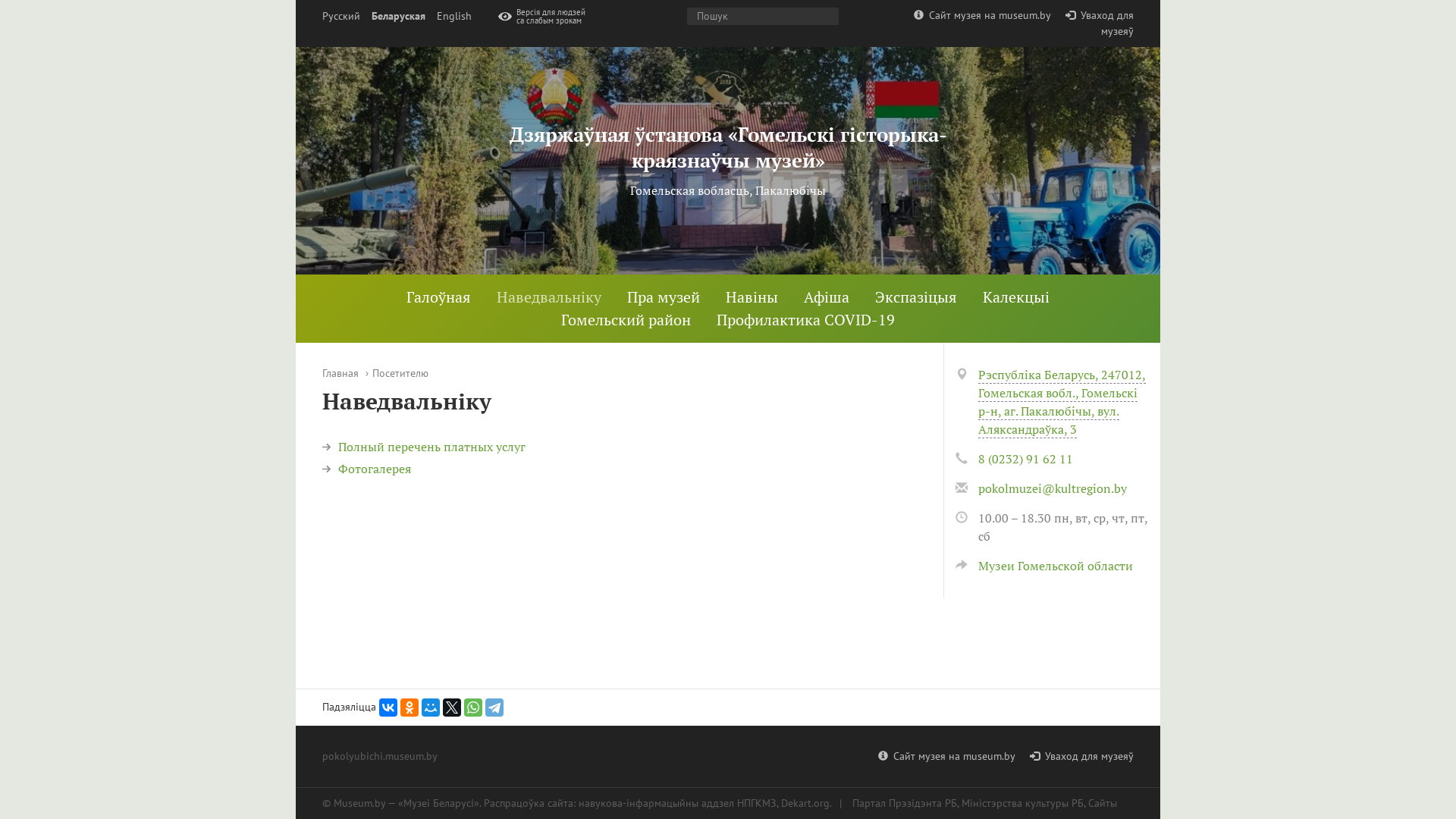 This screenshot has width=1456, height=819. Describe the element at coordinates (1051, 488) in the screenshot. I see `'pokolmuzei@kultregion.by'` at that location.